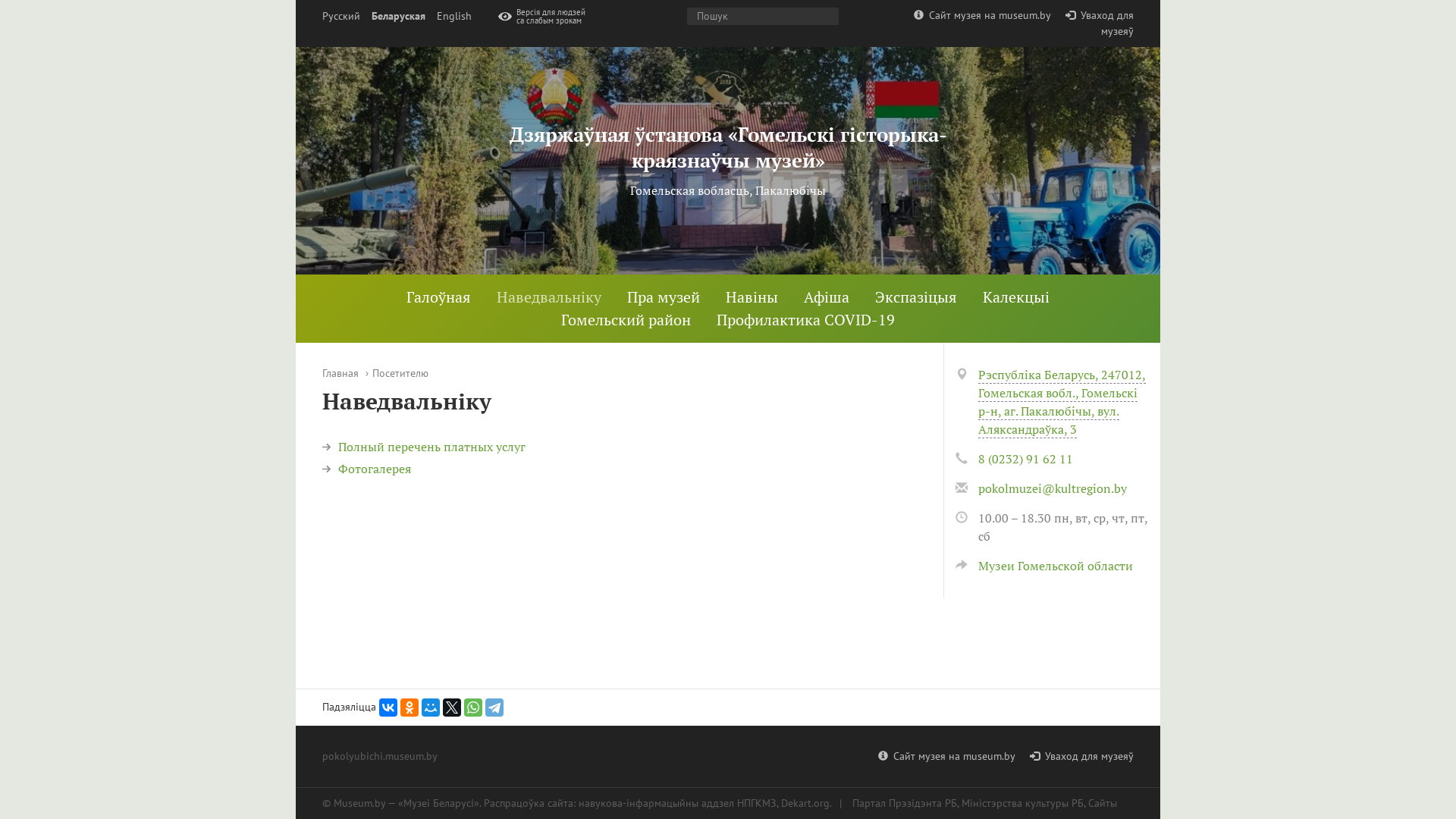 This screenshot has width=1456, height=819. Describe the element at coordinates (1051, 488) in the screenshot. I see `'pokolmuzei@kultregion.by'` at that location.